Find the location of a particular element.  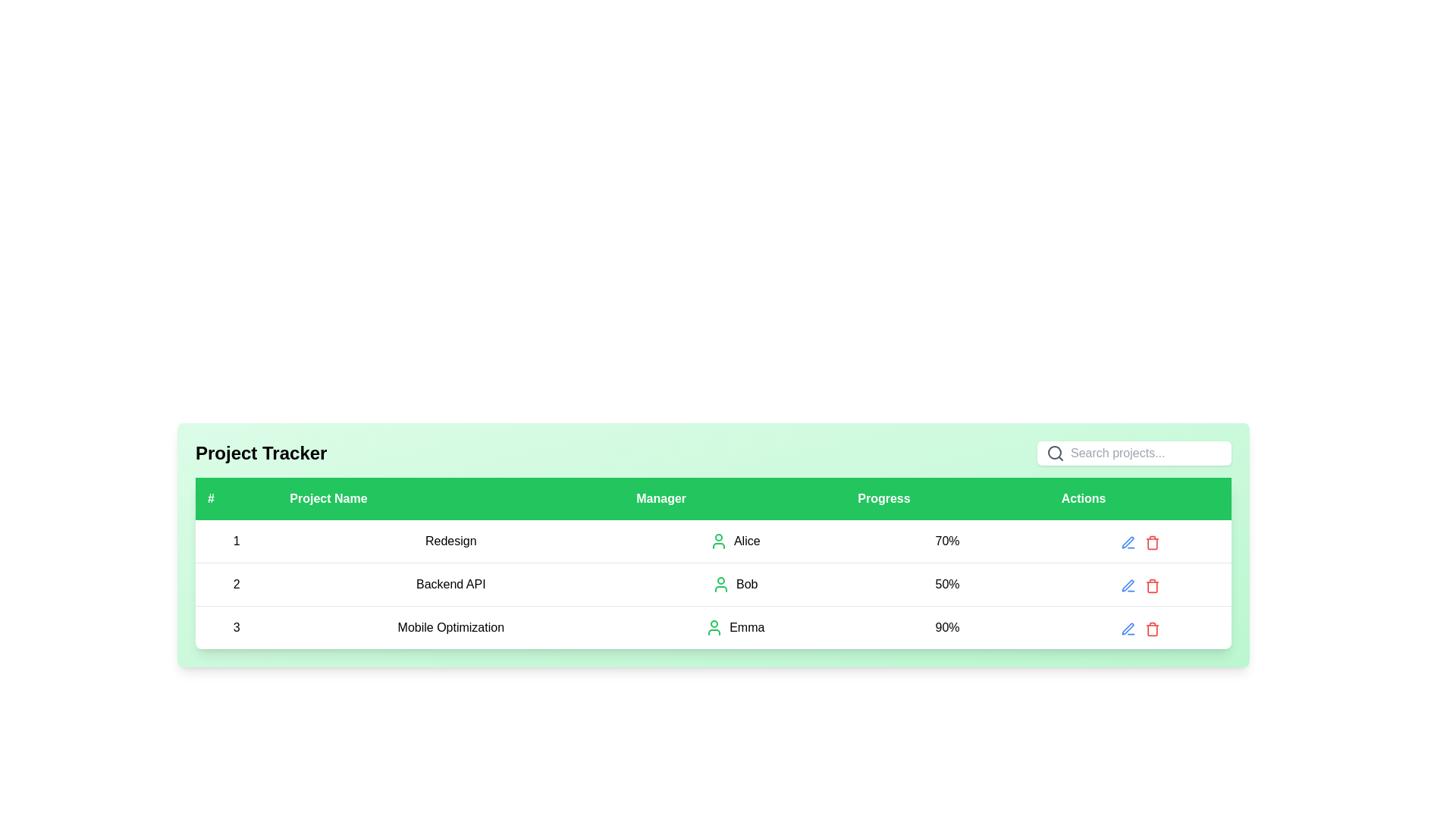

the edit button, which is the second interactive icon within the action buttons of the last row in the table is located at coordinates (1128, 629).